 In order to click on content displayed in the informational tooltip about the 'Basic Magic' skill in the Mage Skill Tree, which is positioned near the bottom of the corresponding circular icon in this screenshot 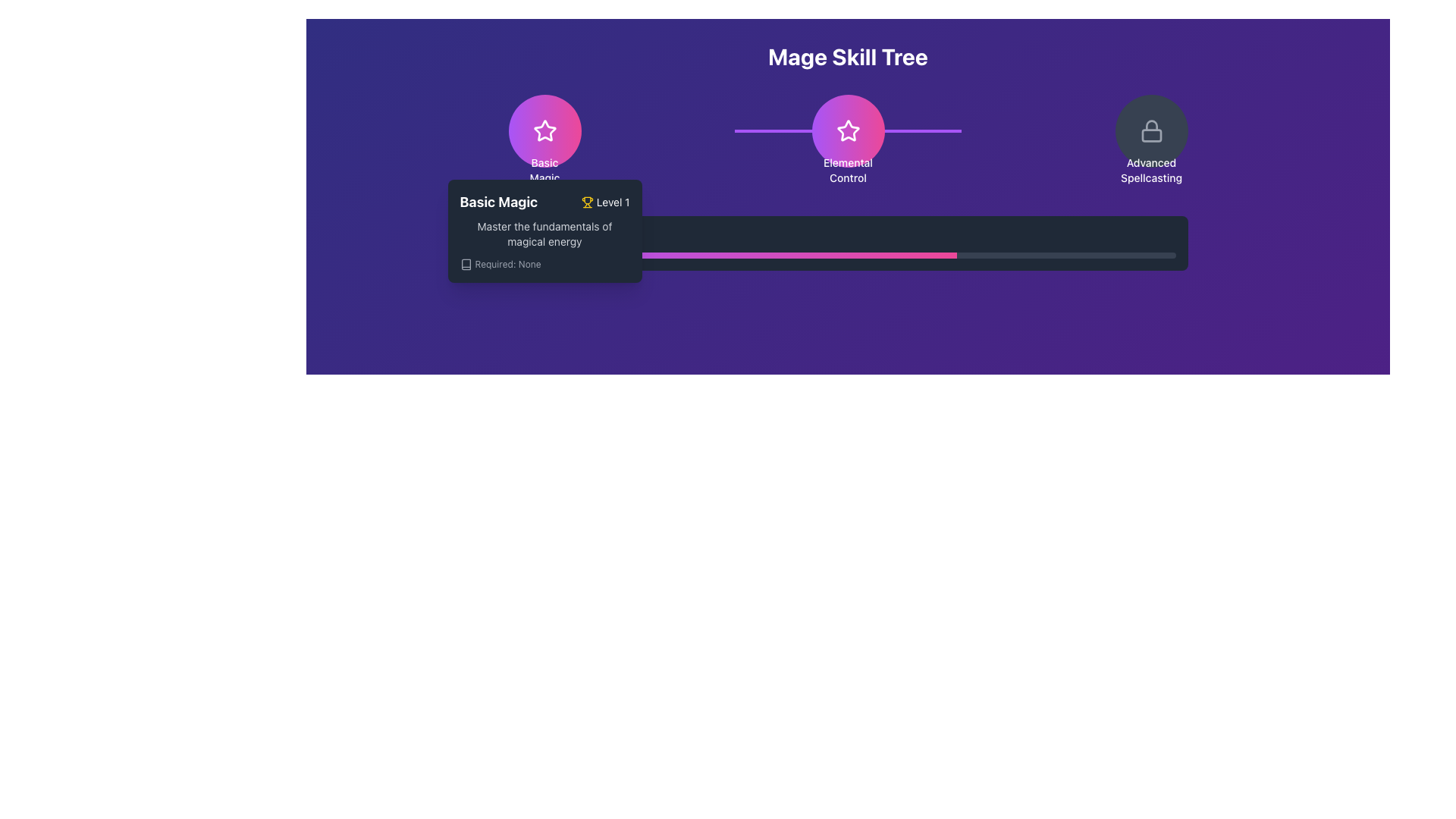, I will do `click(544, 231)`.